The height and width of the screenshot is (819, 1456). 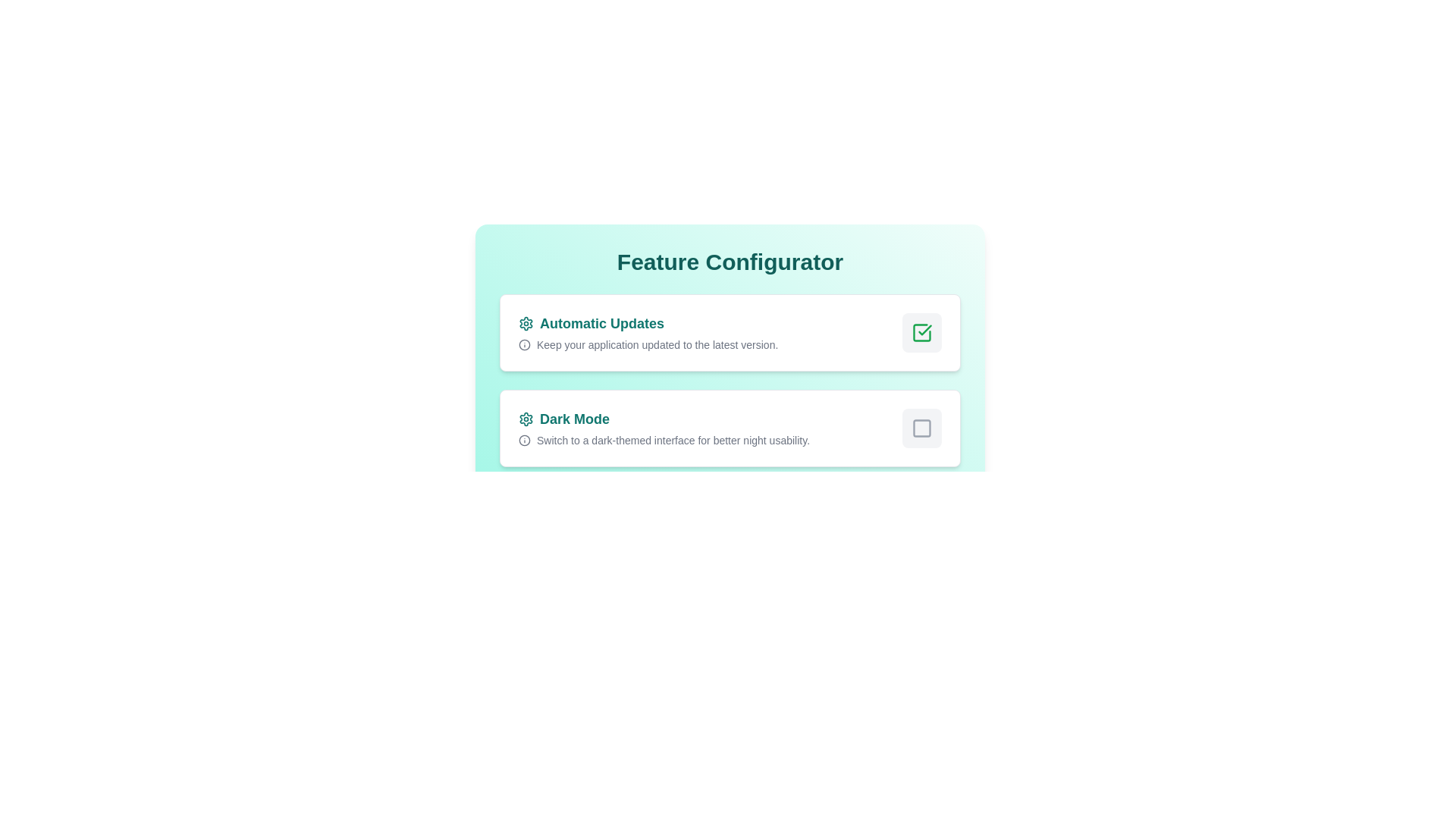 I want to click on the gear-like icon with a teal stroke color located to the left of the 'Dark Mode' label in the 'Feature Configurator' interface, so click(x=526, y=419).